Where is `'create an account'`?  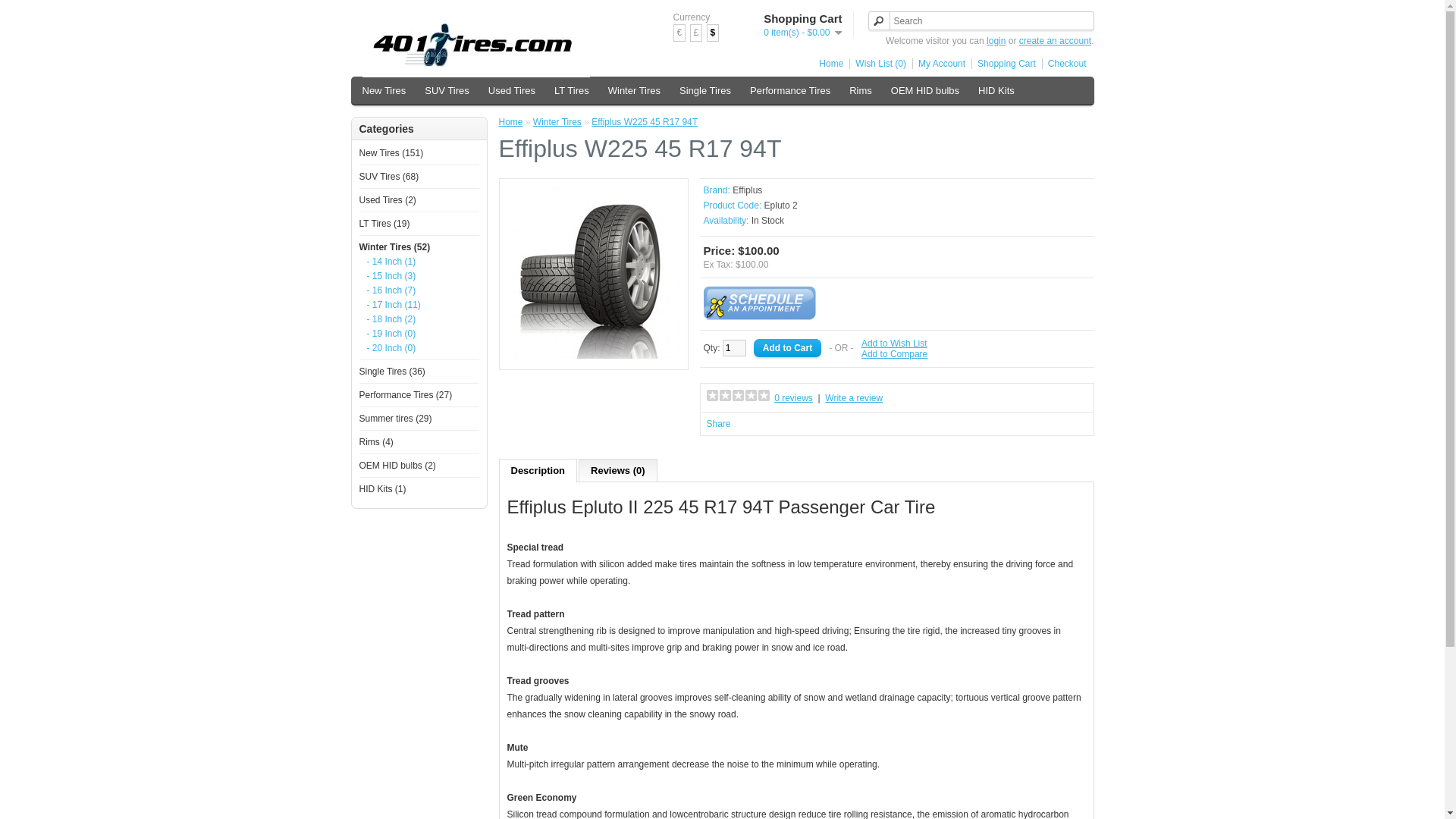 'create an account' is located at coordinates (1054, 40).